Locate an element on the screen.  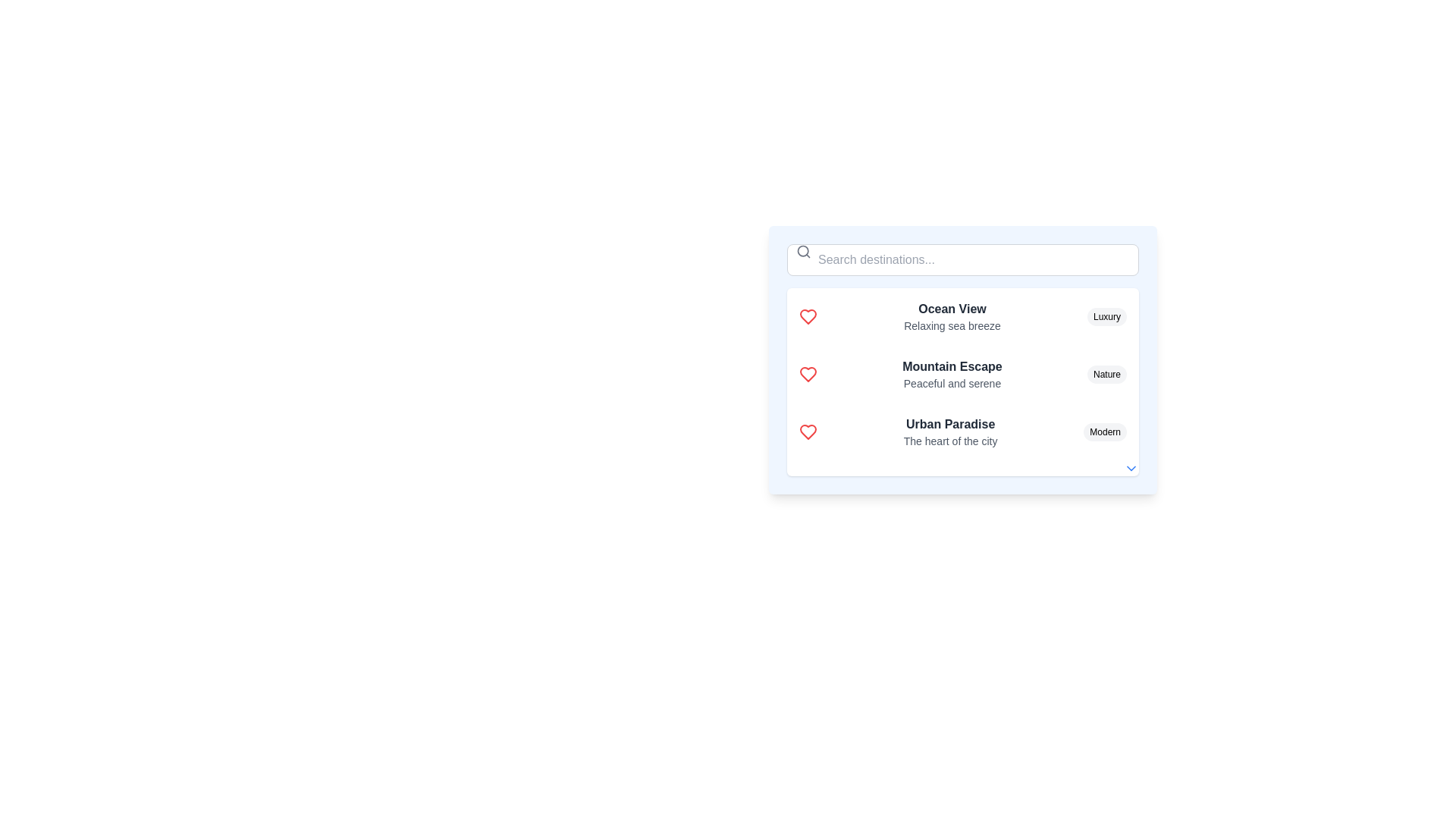
text on the tag labeled 'Modern' located in the bottom-right corner of the list item 'Urban Paradise', adjacent to 'The heart of the city' is located at coordinates (1105, 432).